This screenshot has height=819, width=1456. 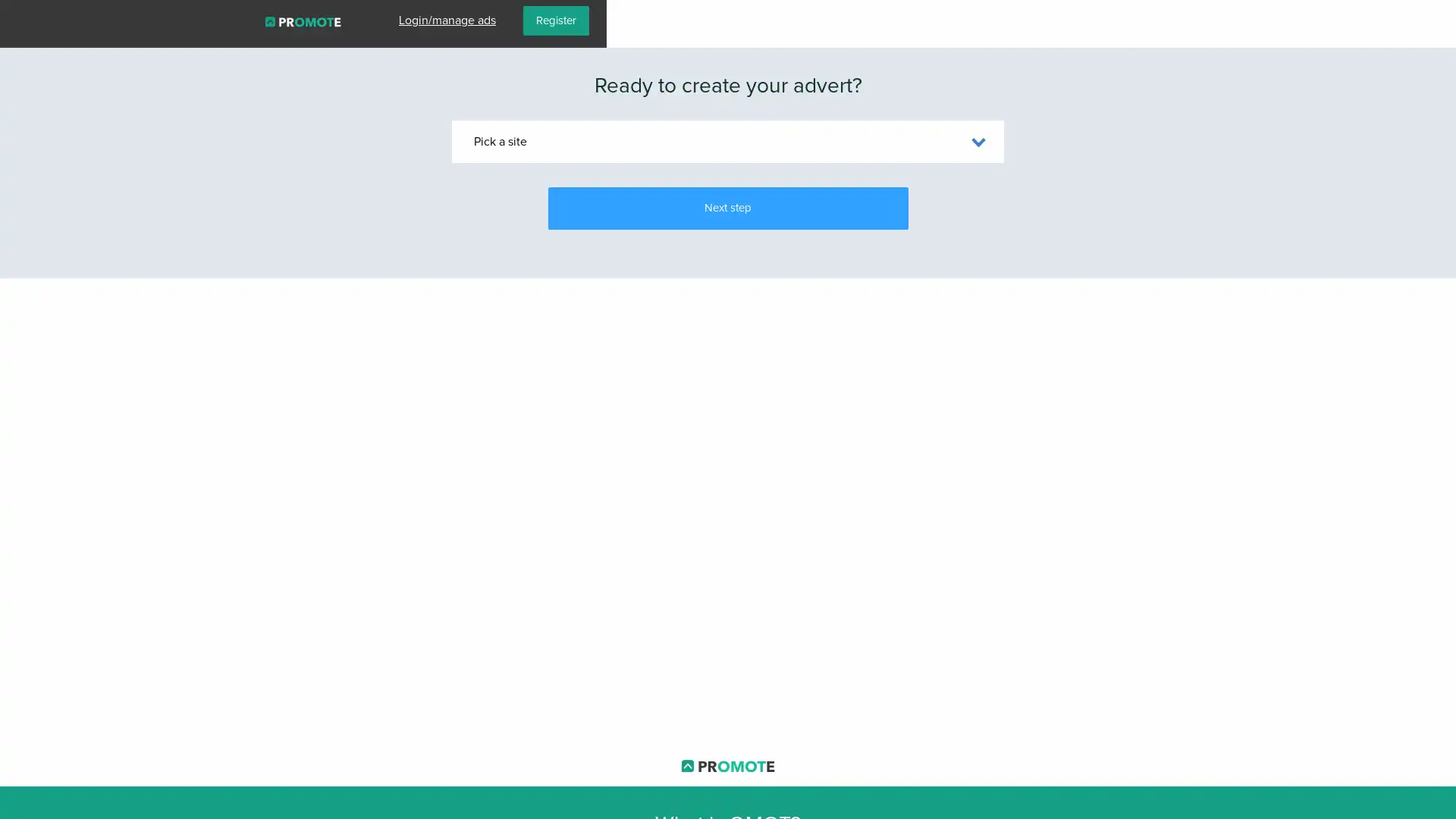 I want to click on Next step, so click(x=726, y=207).